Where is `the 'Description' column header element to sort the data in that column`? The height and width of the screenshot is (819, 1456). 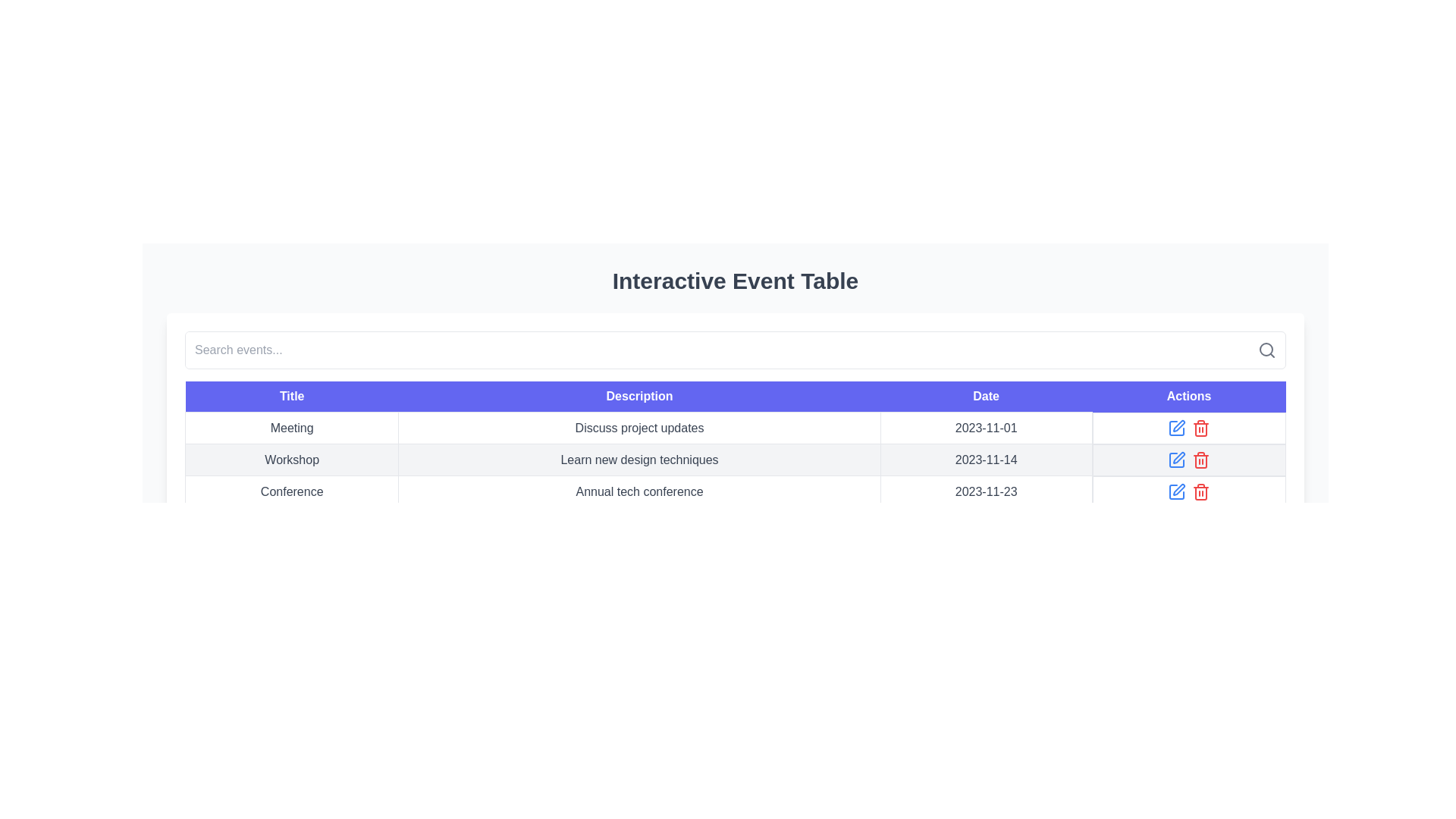
the 'Description' column header element to sort the data in that column is located at coordinates (639, 396).